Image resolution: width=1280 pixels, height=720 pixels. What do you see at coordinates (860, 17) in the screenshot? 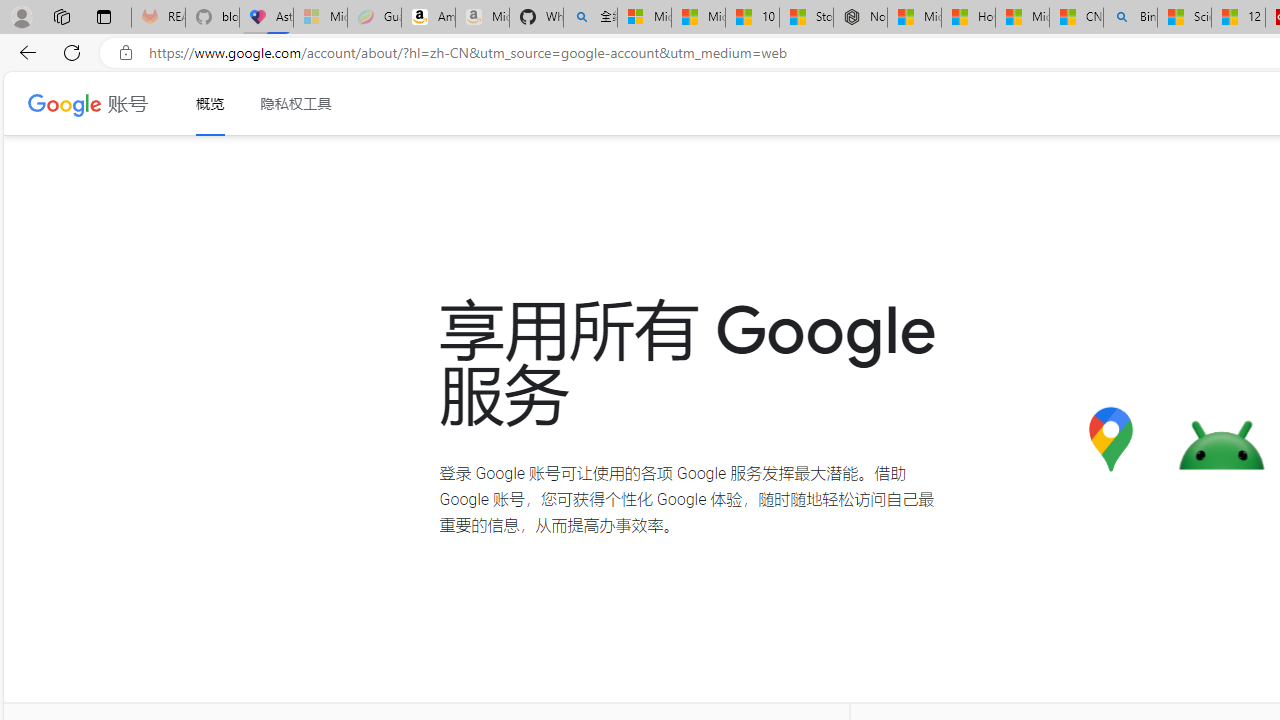
I see `'Nordace - Nordace Siena Is Not An Ordinary Backpack'` at bounding box center [860, 17].